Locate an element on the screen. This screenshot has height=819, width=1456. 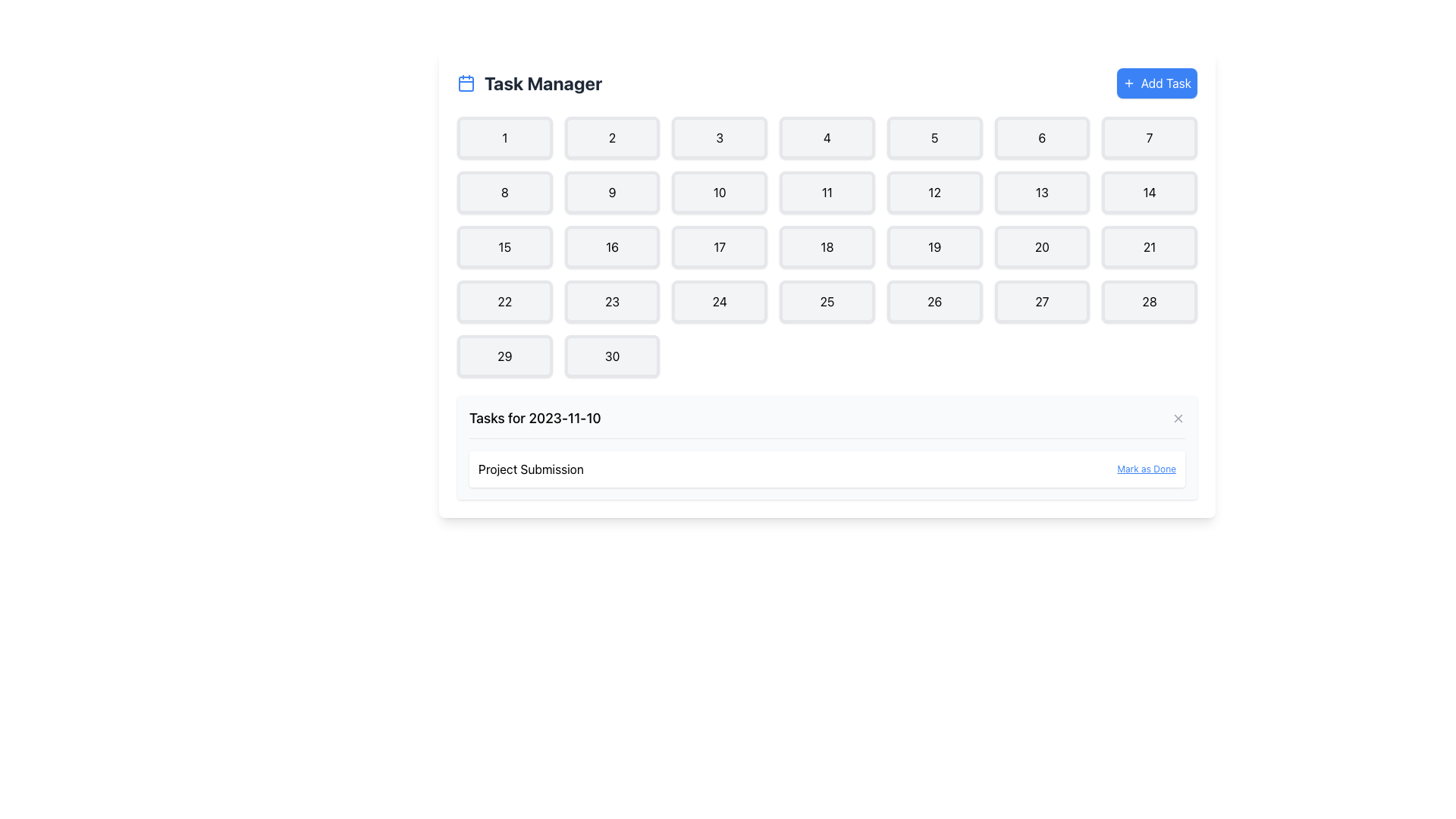
the interactive button labeled '20' located in the third row and sixth column of the calendar grid is located at coordinates (1041, 246).